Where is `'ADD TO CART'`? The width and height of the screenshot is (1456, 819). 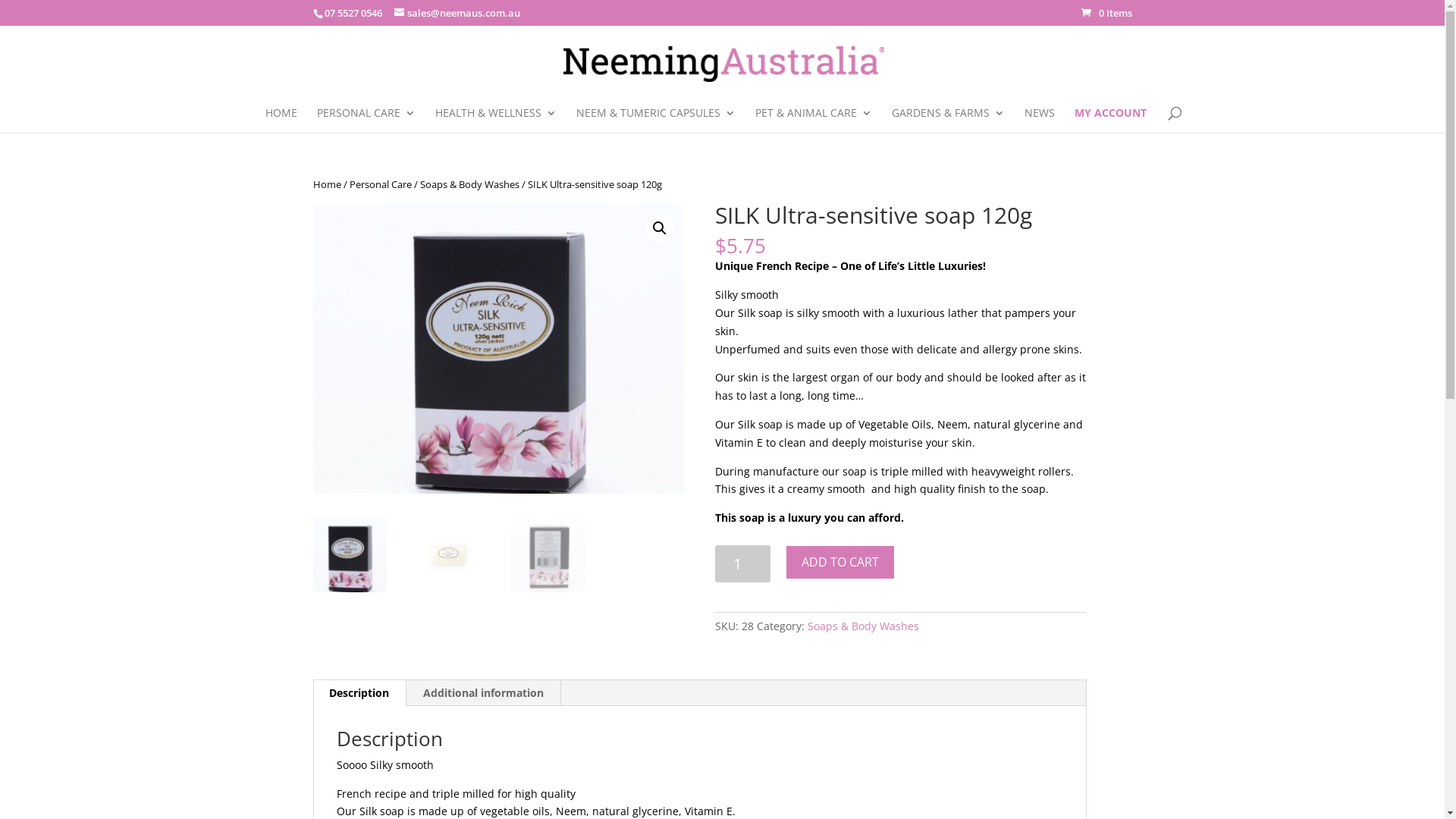
'ADD TO CART' is located at coordinates (839, 562).